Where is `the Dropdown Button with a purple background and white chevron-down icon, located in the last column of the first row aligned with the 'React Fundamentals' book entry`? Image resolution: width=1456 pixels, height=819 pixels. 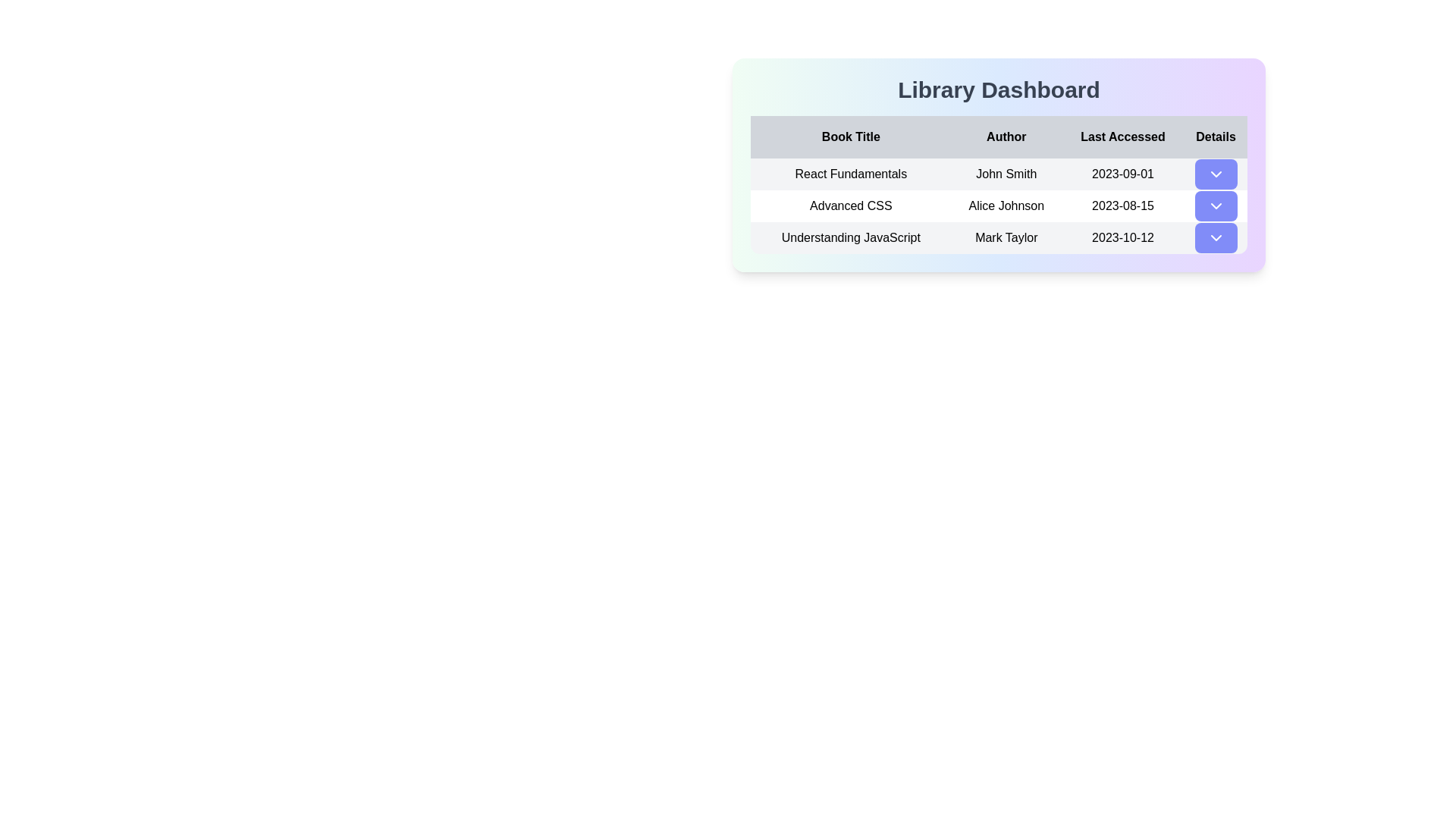 the Dropdown Button with a purple background and white chevron-down icon, located in the last column of the first row aligned with the 'React Fundamentals' book entry is located at coordinates (1216, 174).